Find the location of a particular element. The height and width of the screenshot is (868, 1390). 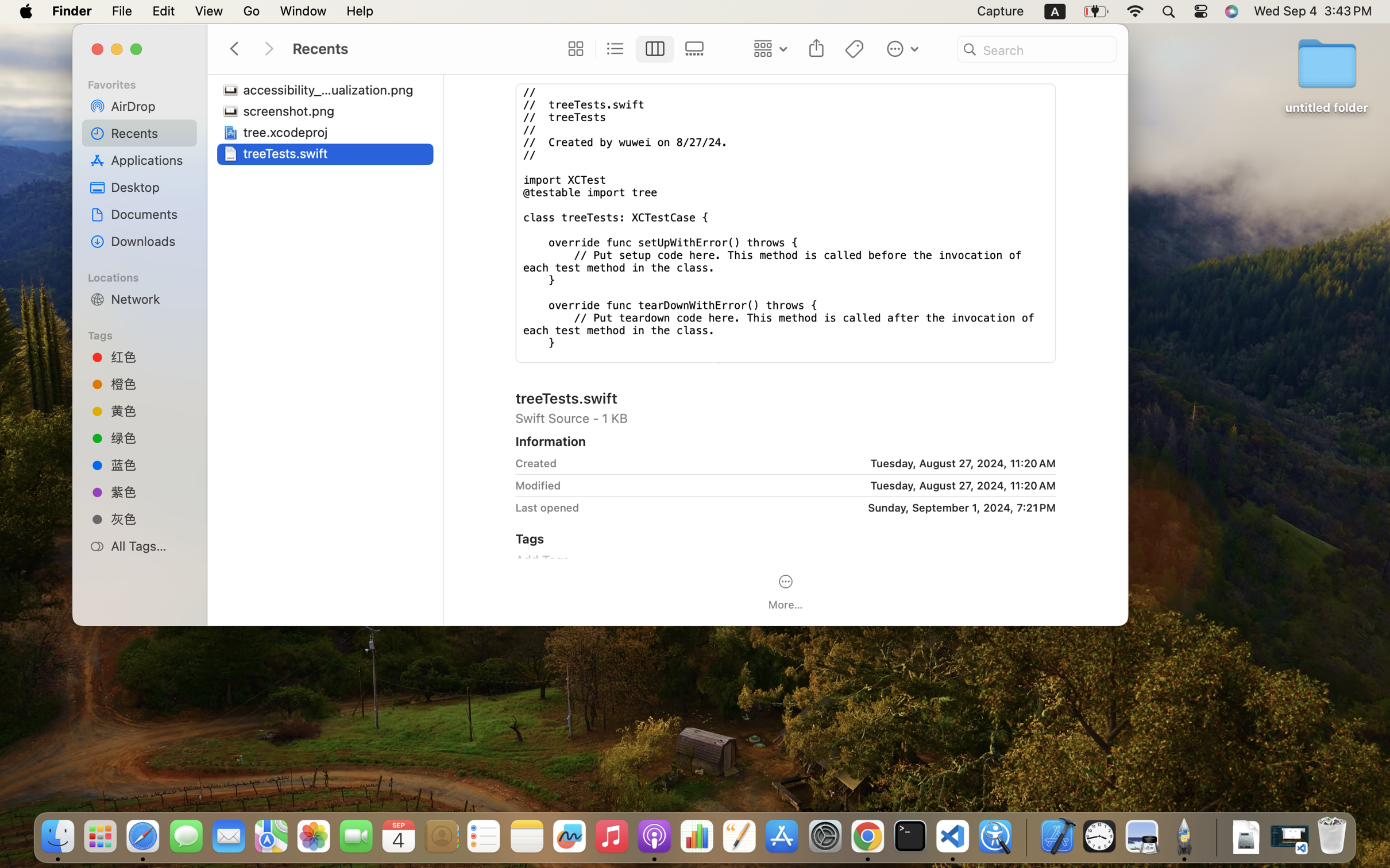

'AirDrop' is located at coordinates (149, 105).